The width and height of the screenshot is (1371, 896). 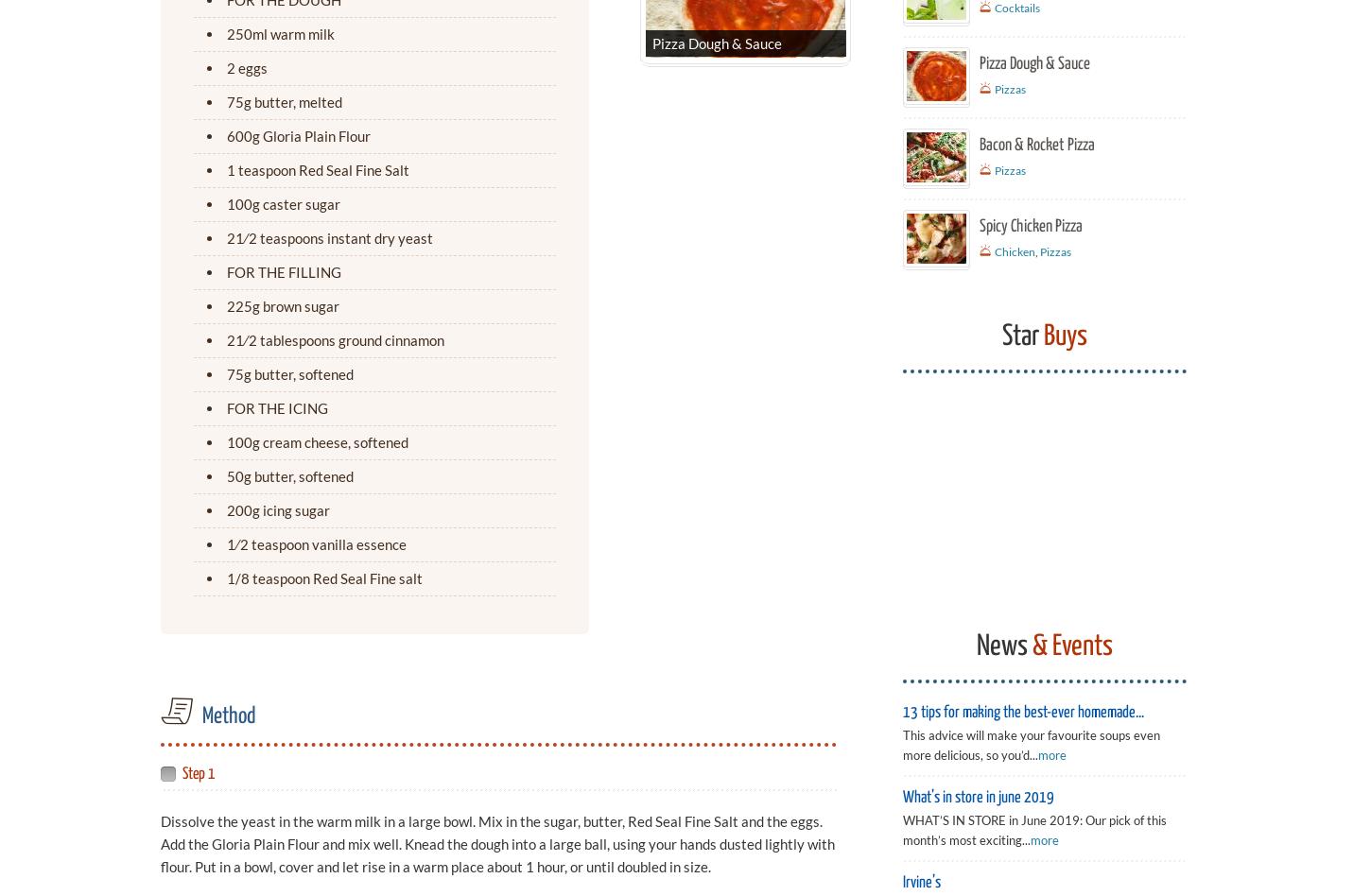 I want to click on '75g butter, melted', so click(x=225, y=101).